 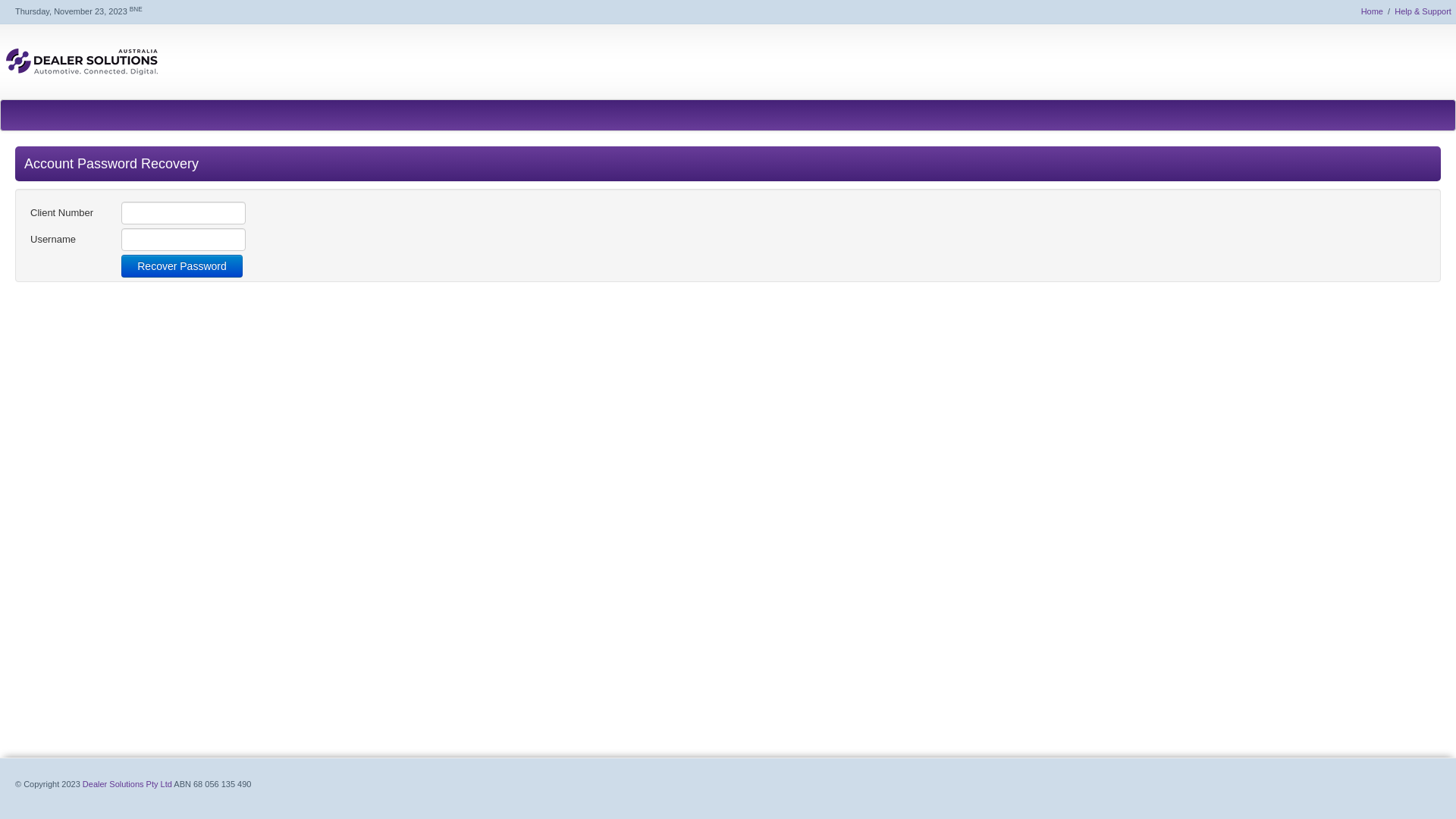 I want to click on 'Recover Password', so click(x=182, y=265).